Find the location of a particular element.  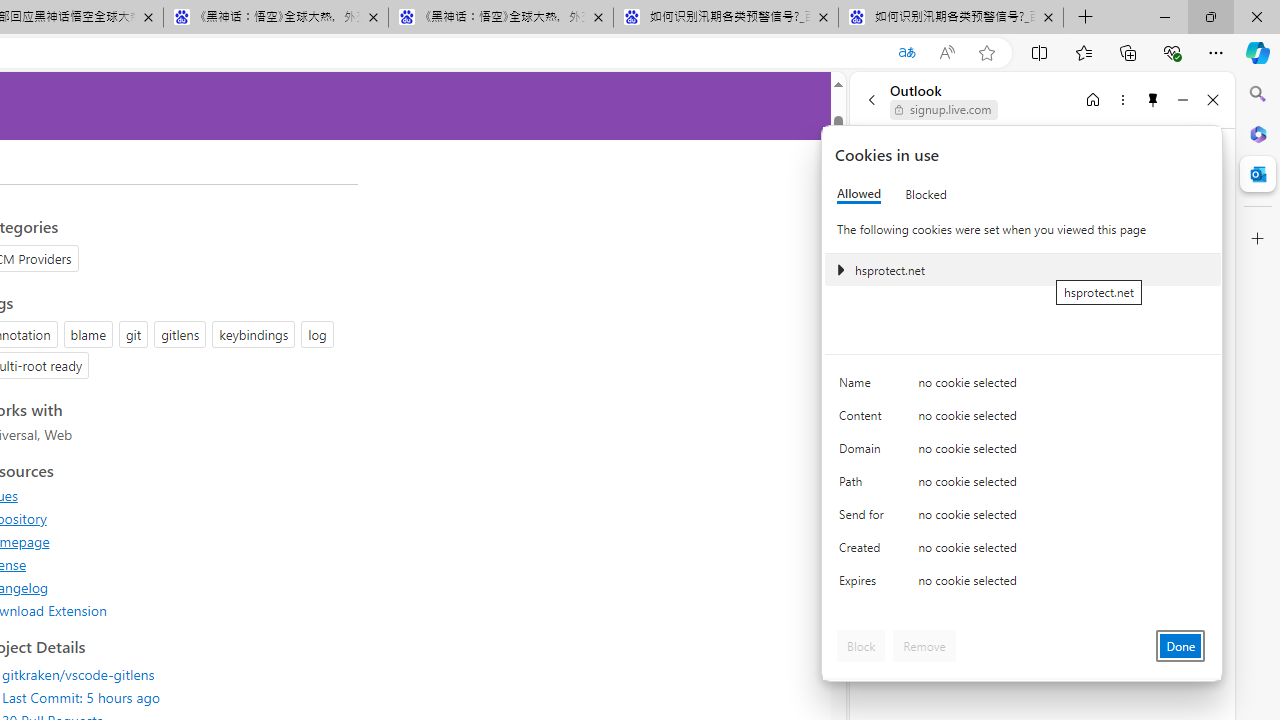

'Block' is located at coordinates (861, 645).